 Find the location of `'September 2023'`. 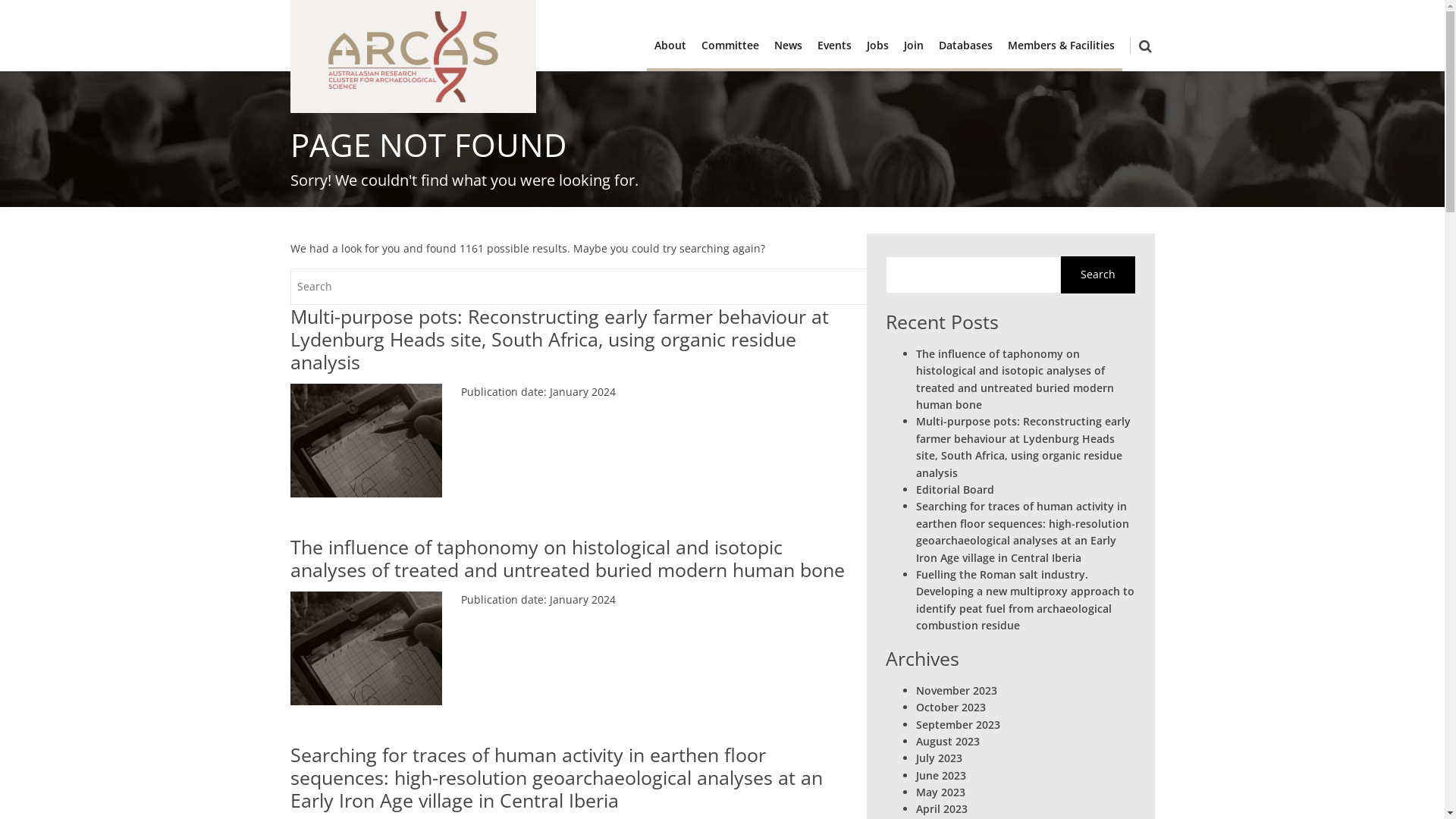

'September 2023' is located at coordinates (957, 723).